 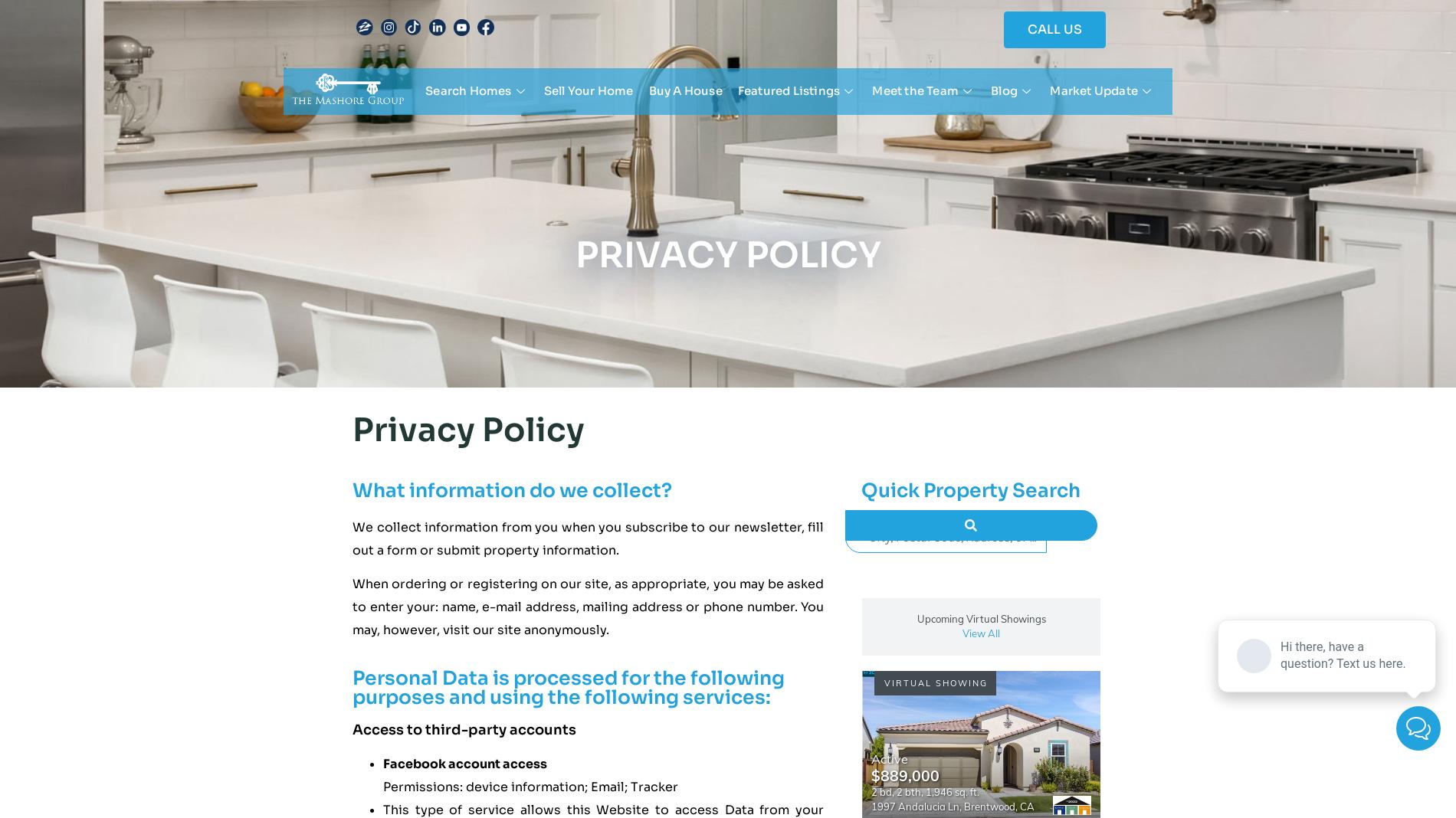 I want to click on 'Meet the Team', so click(x=914, y=89).